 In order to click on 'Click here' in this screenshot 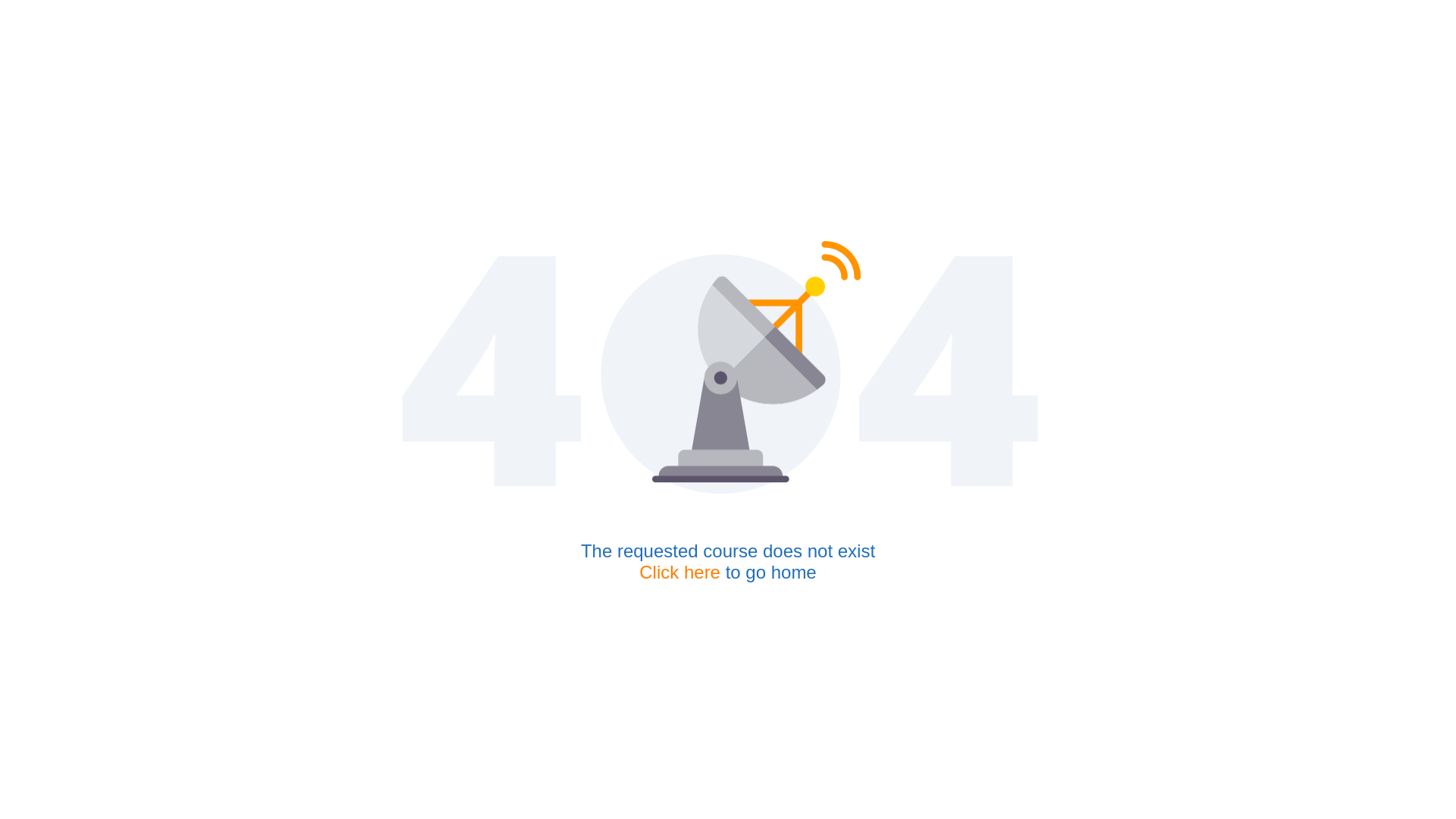, I will do `click(679, 572)`.